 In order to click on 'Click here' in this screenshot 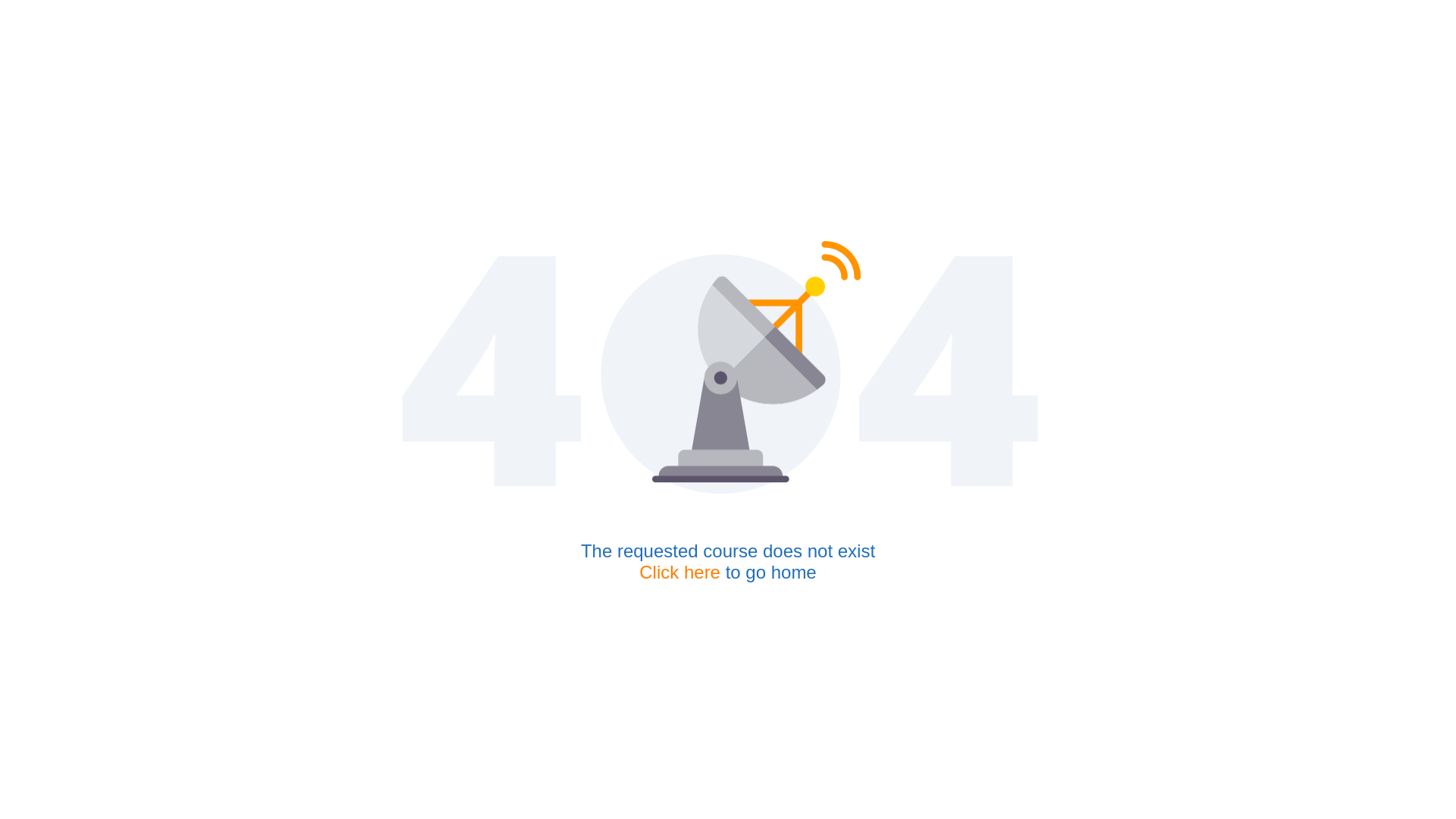, I will do `click(679, 572)`.